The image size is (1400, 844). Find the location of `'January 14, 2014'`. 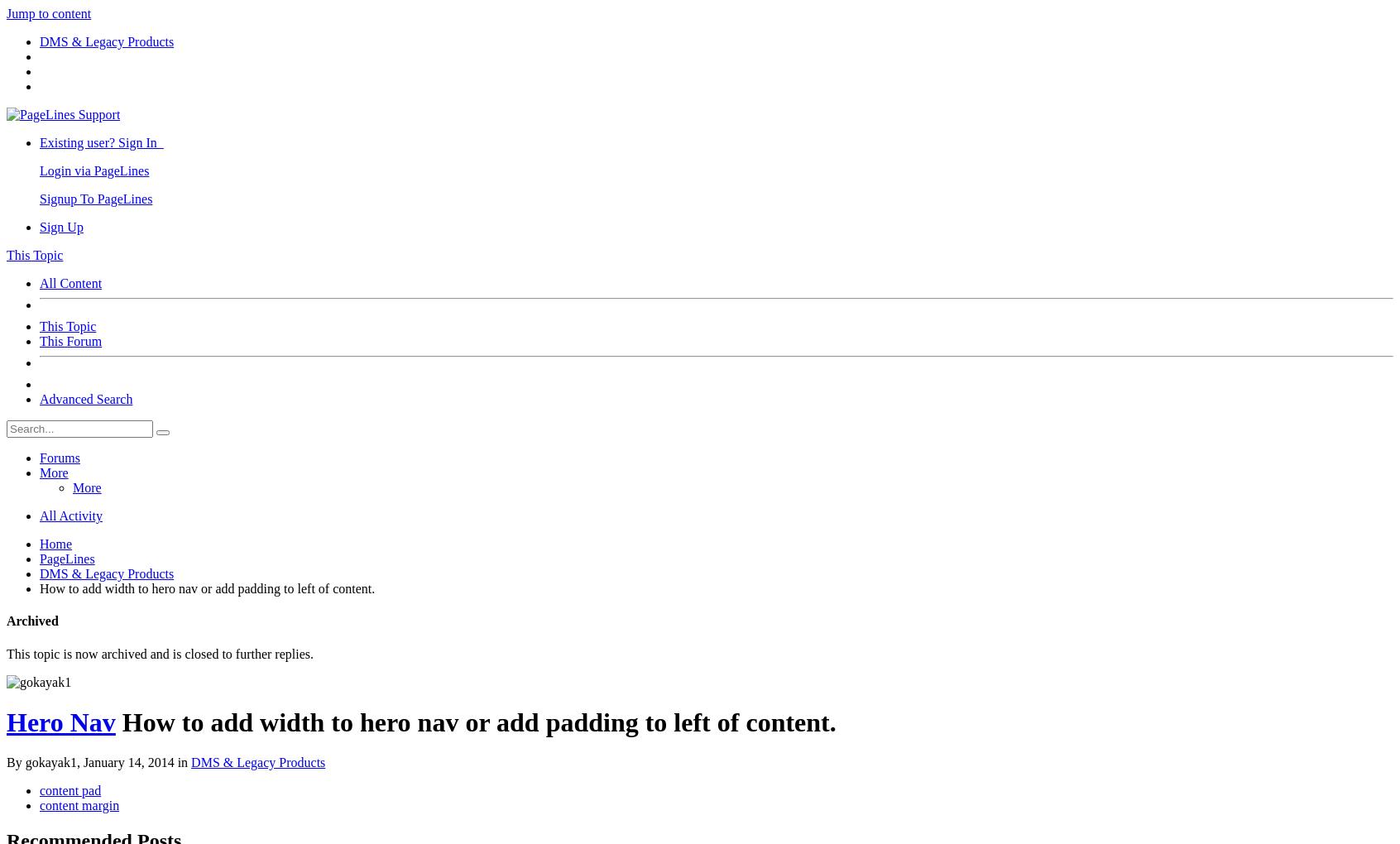

'January 14, 2014' is located at coordinates (127, 762).